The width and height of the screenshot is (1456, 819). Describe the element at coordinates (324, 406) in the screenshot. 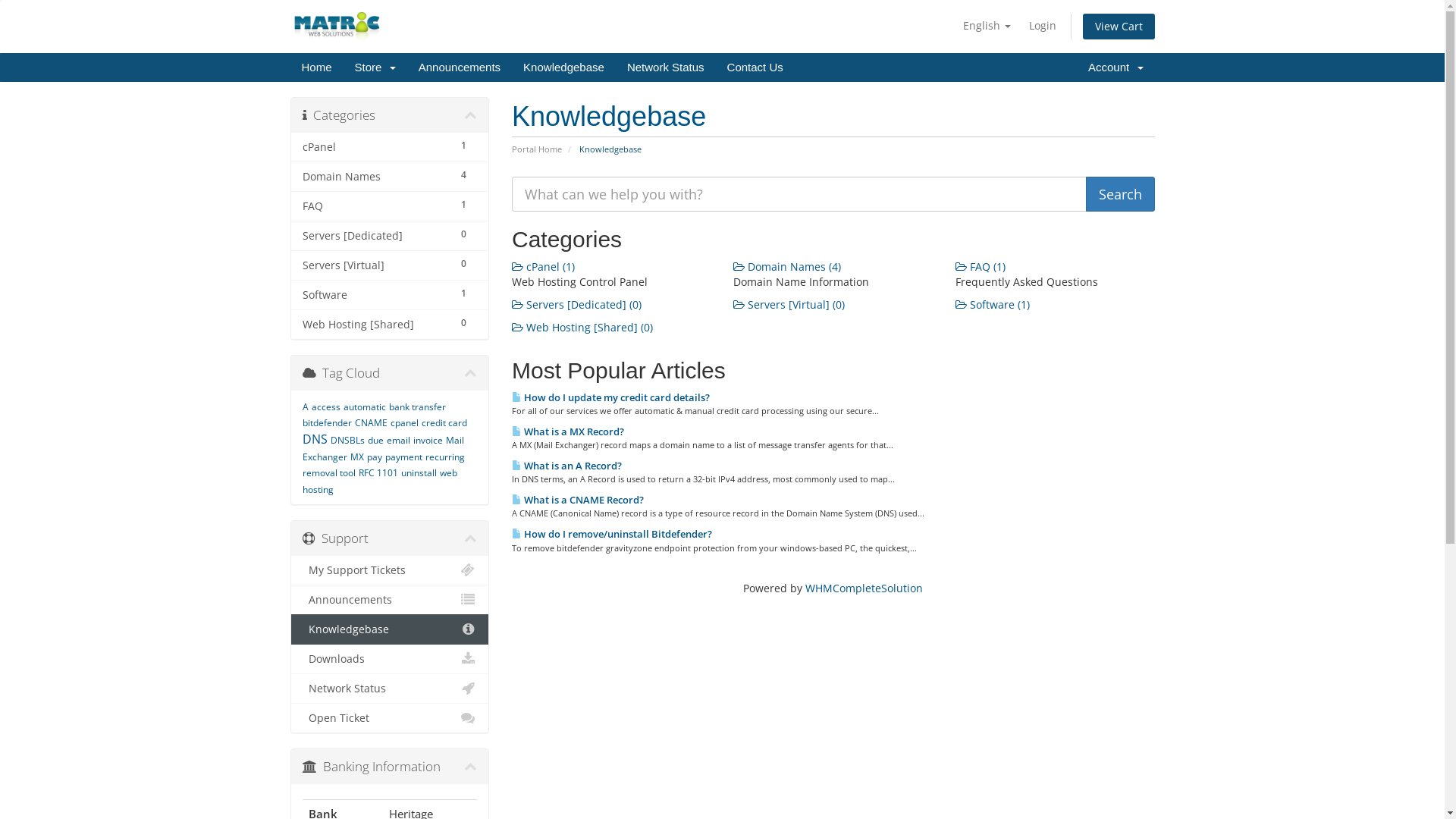

I see `'access'` at that location.